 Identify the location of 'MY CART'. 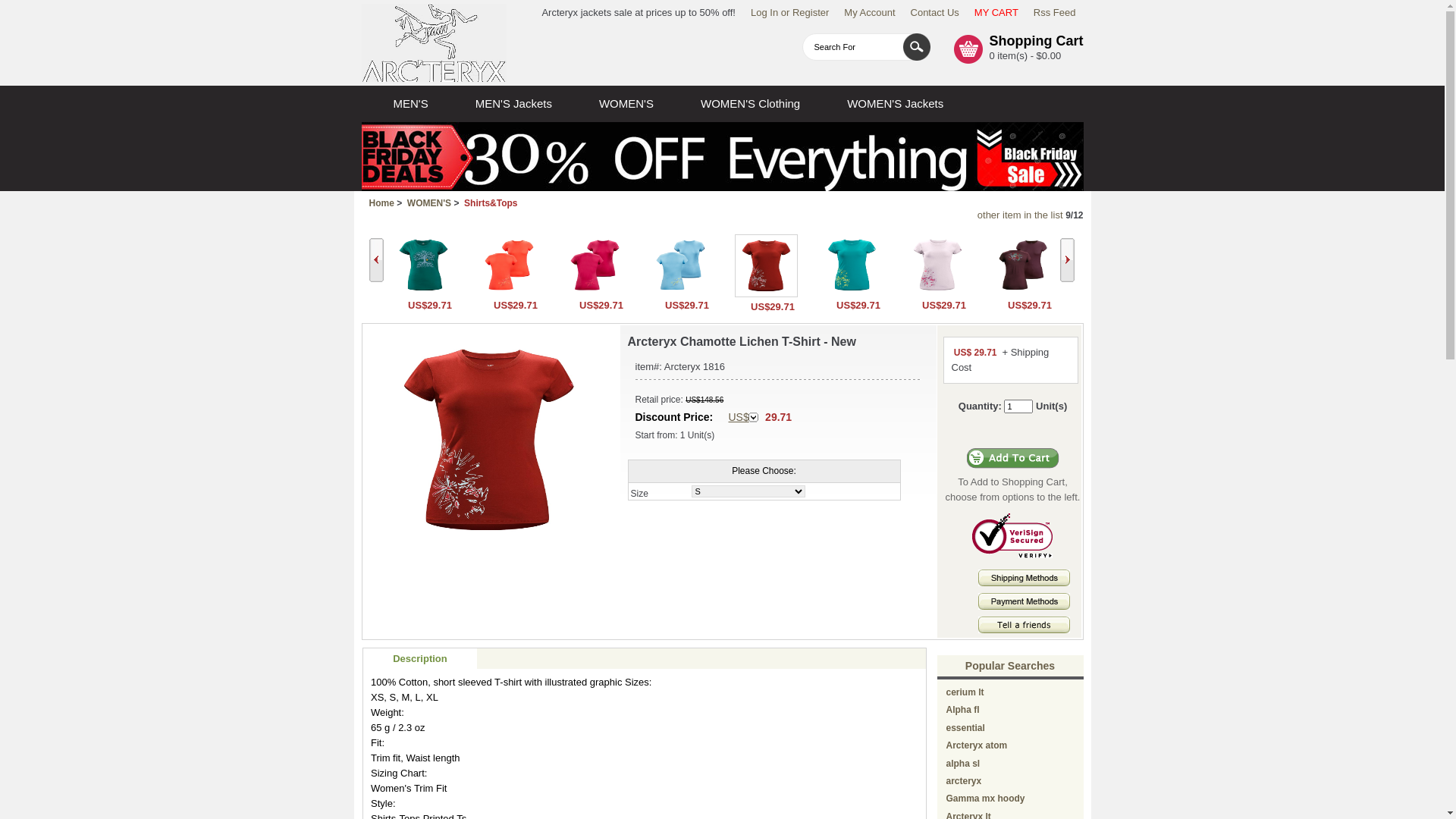
(996, 12).